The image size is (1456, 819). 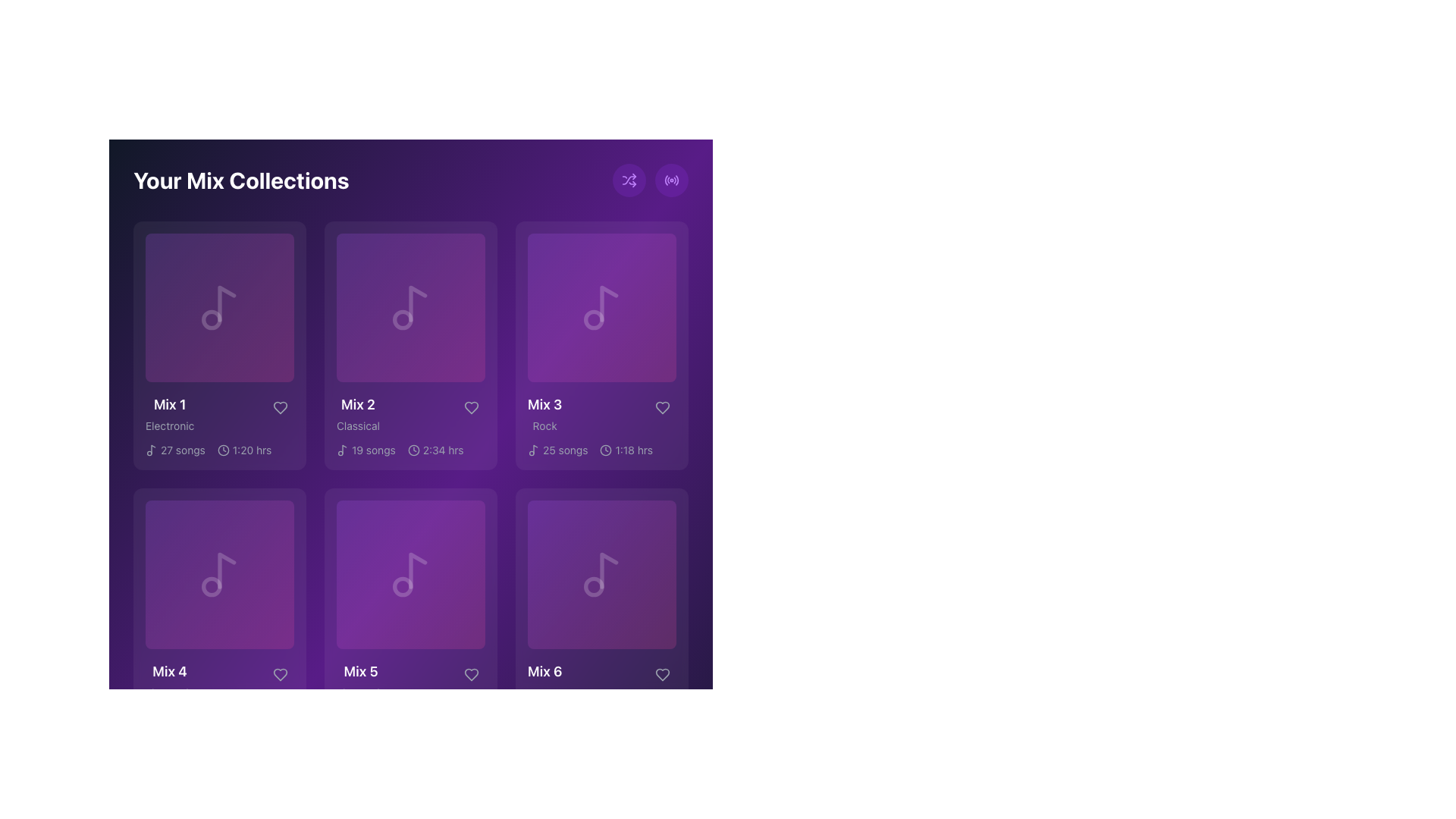 What do you see at coordinates (252, 450) in the screenshot?
I see `text label displaying '1:20 hrs' located within the 'Mix 1' card, positioned below the title and the number of songs label, to the right of a clock icon` at bounding box center [252, 450].